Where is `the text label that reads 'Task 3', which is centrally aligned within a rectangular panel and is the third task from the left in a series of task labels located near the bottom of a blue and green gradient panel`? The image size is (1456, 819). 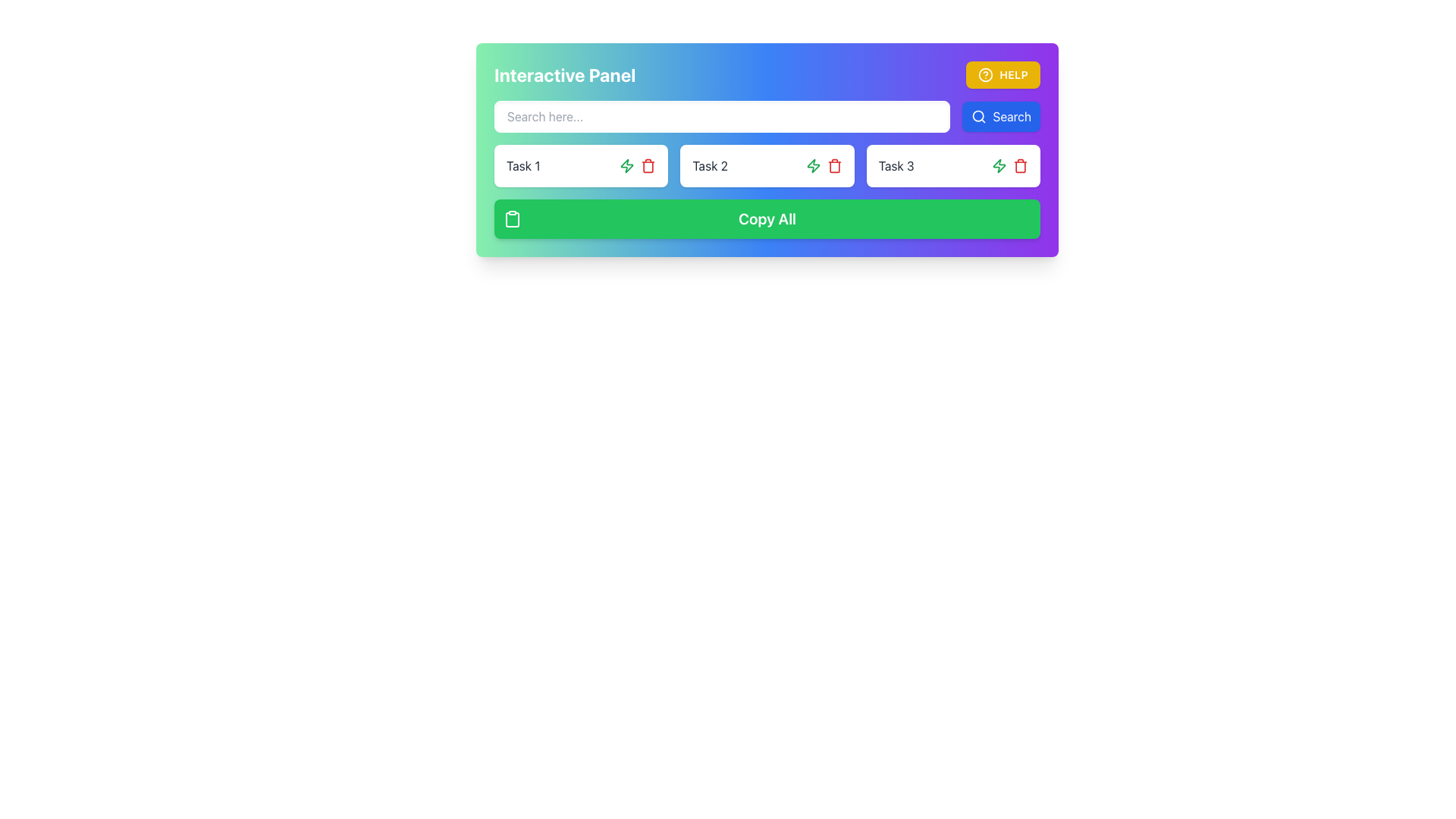 the text label that reads 'Task 3', which is centrally aligned within a rectangular panel and is the third task from the left in a series of task labels located near the bottom of a blue and green gradient panel is located at coordinates (896, 166).